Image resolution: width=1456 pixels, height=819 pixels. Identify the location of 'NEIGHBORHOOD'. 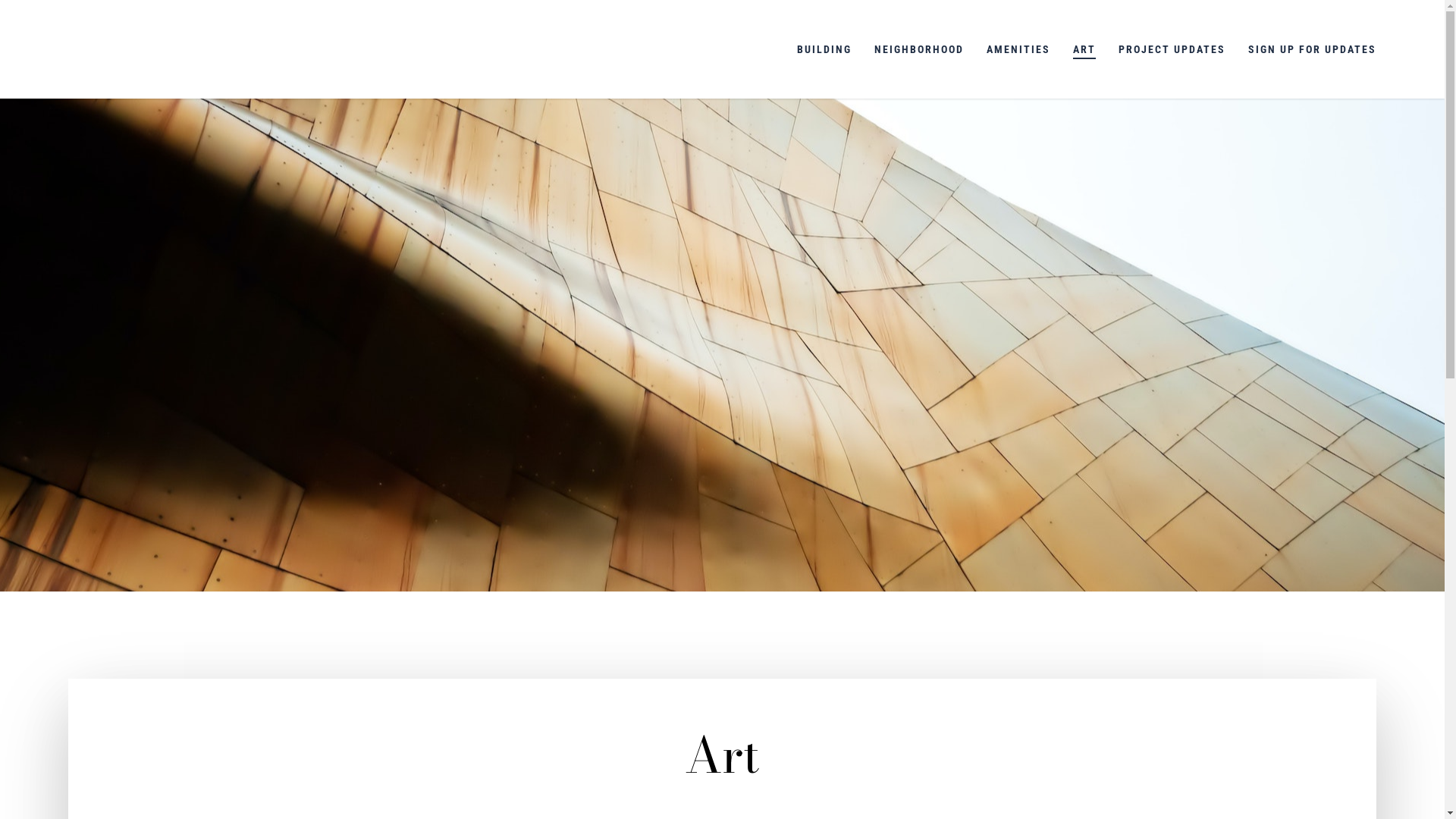
(918, 49).